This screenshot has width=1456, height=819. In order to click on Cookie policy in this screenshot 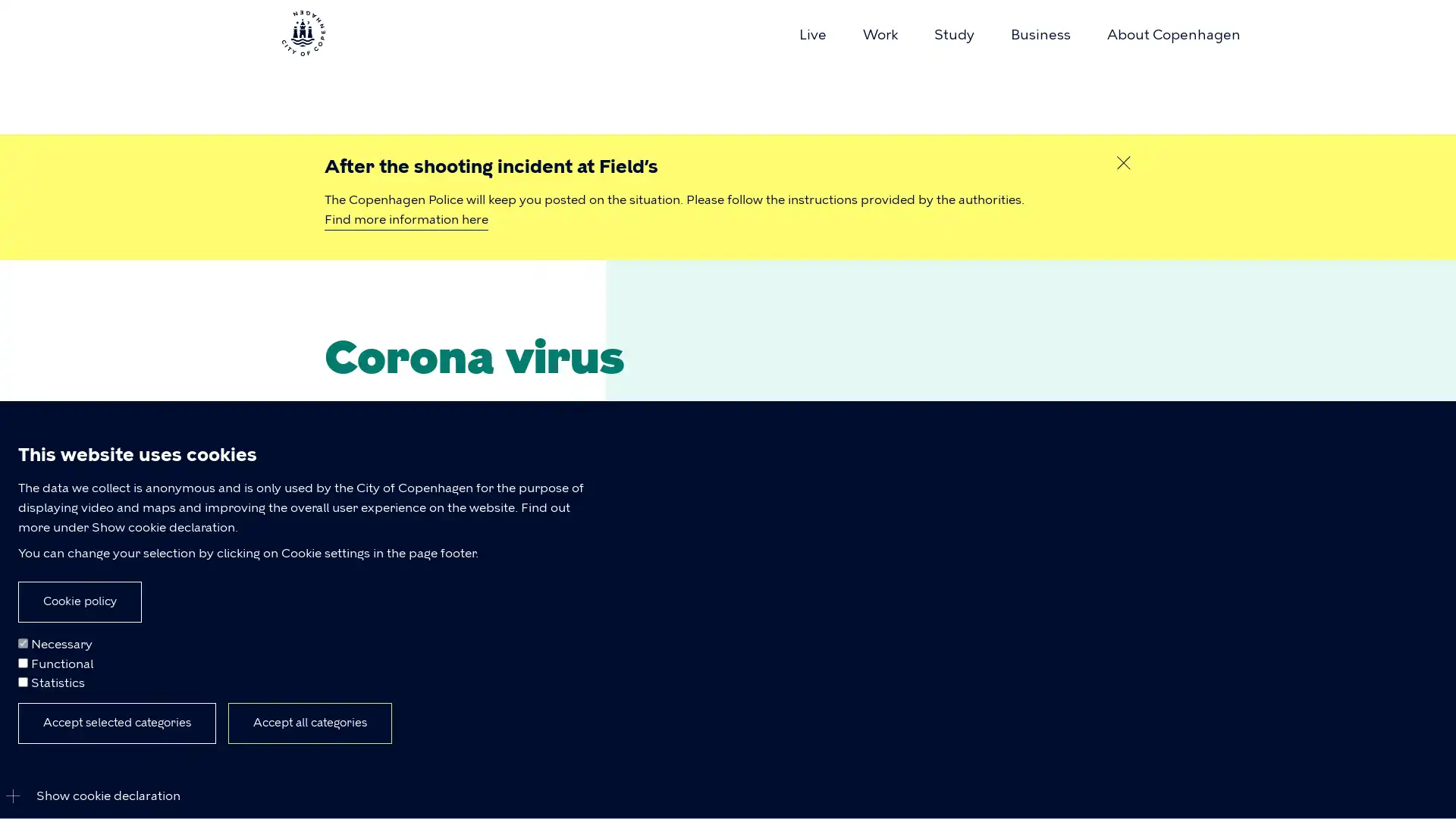, I will do `click(79, 601)`.